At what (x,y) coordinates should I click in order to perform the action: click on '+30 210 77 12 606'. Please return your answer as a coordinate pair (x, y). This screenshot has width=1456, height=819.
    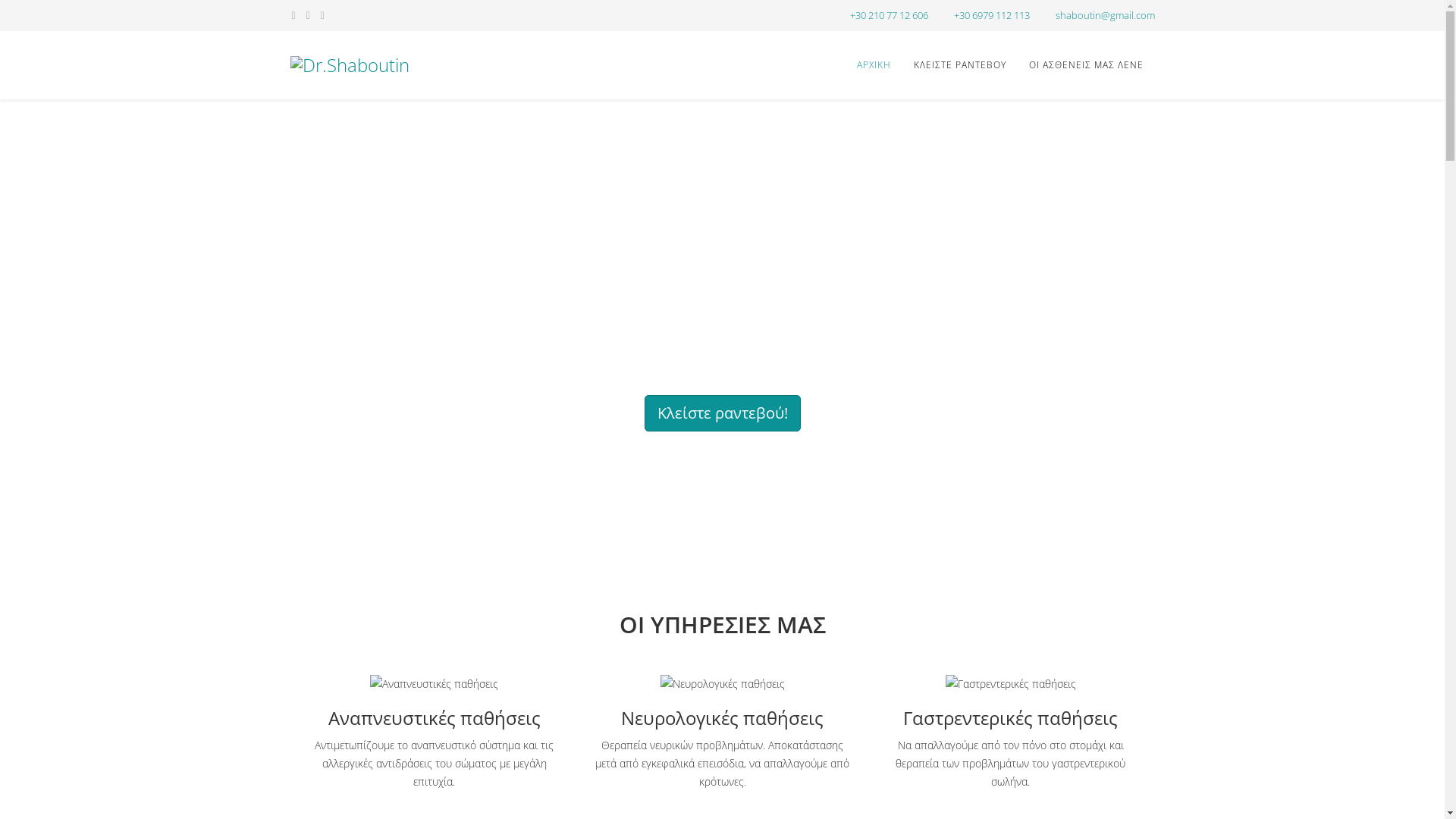
    Looking at the image, I should click on (850, 15).